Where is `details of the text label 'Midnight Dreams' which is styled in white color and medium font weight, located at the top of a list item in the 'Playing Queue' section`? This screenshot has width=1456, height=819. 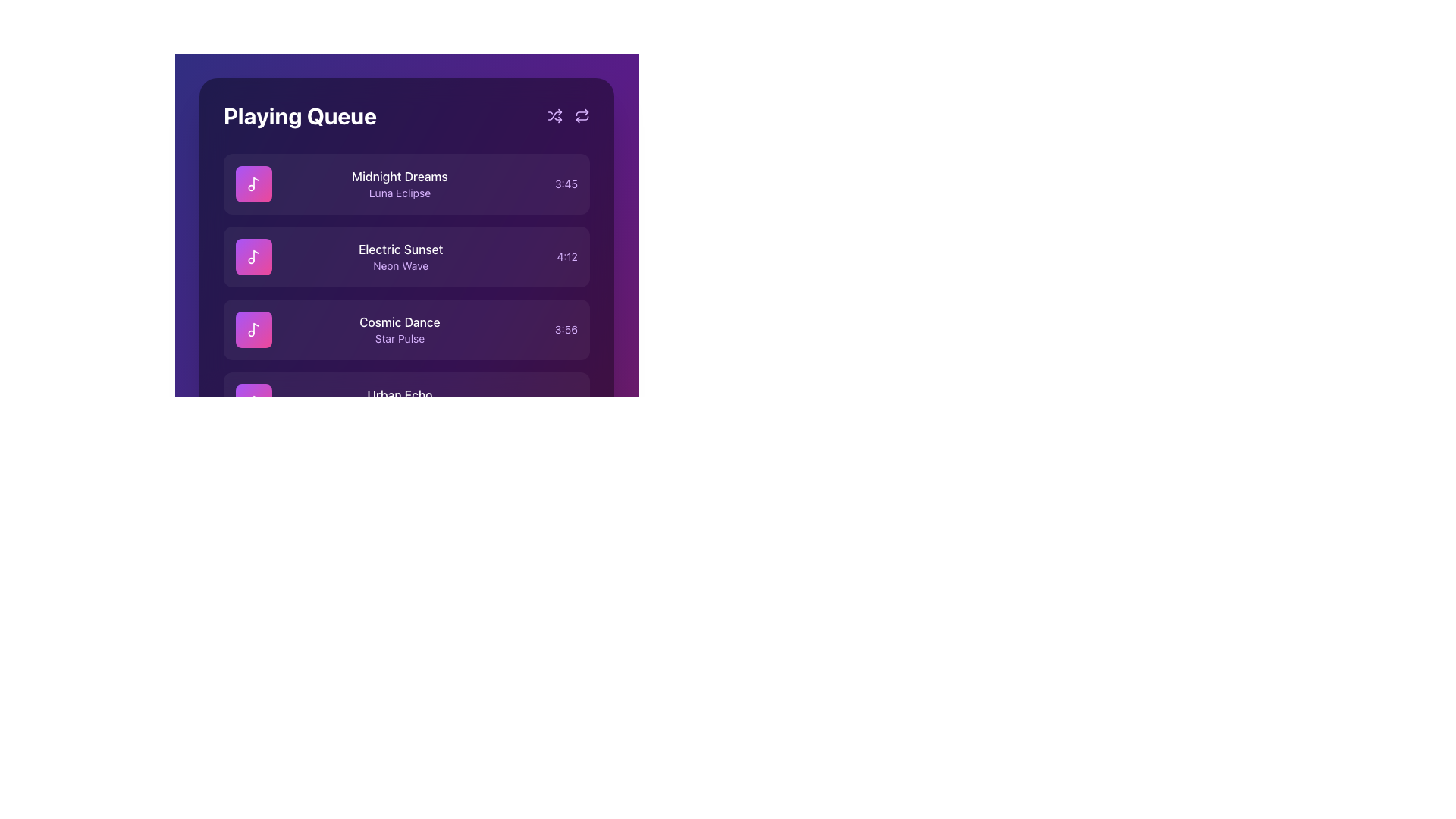 details of the text label 'Midnight Dreams' which is styled in white color and medium font weight, located at the top of a list item in the 'Playing Queue' section is located at coordinates (400, 175).